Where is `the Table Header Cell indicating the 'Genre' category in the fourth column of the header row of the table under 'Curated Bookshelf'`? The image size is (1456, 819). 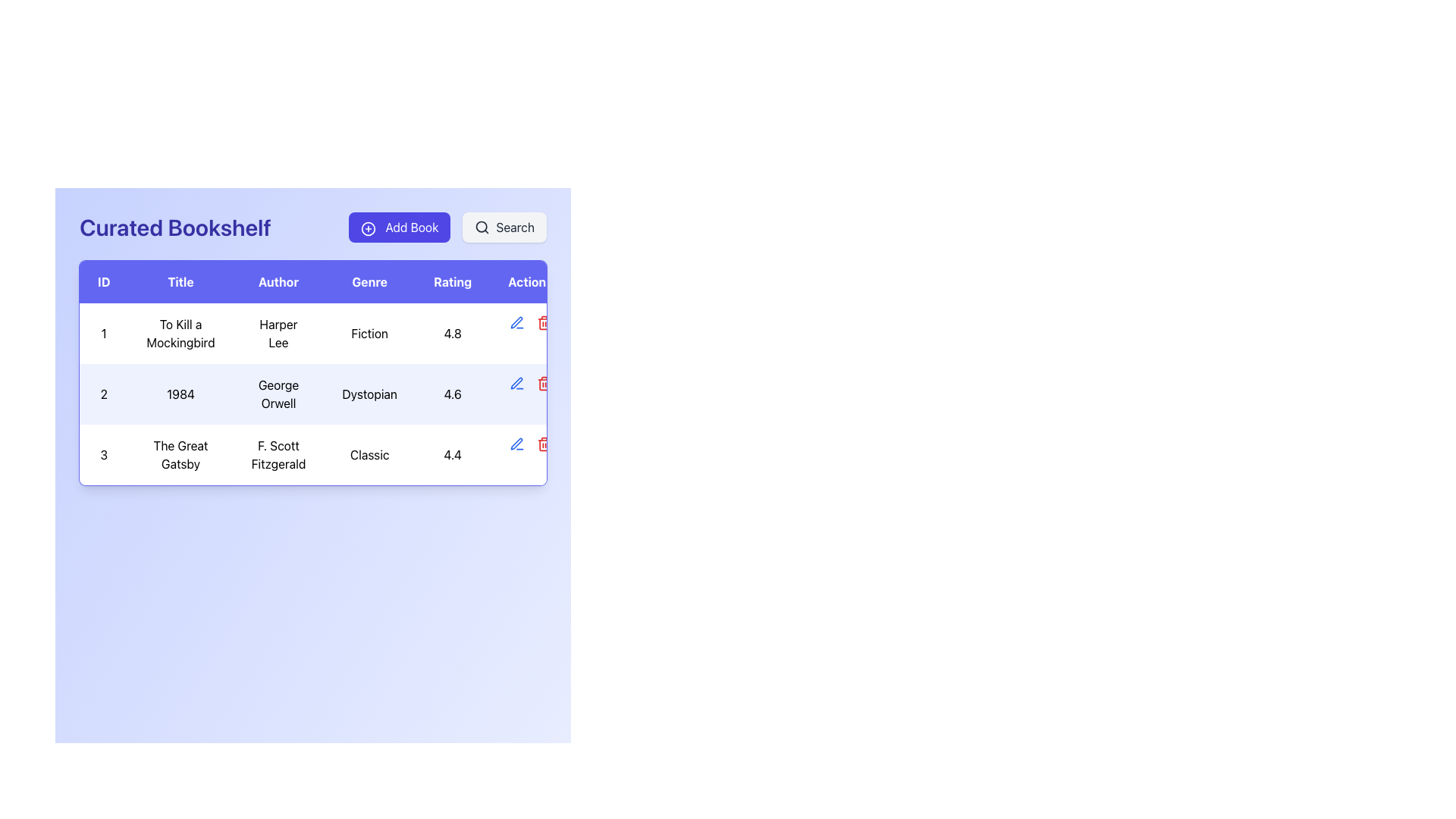 the Table Header Cell indicating the 'Genre' category in the fourth column of the header row of the table under 'Curated Bookshelf' is located at coordinates (369, 281).